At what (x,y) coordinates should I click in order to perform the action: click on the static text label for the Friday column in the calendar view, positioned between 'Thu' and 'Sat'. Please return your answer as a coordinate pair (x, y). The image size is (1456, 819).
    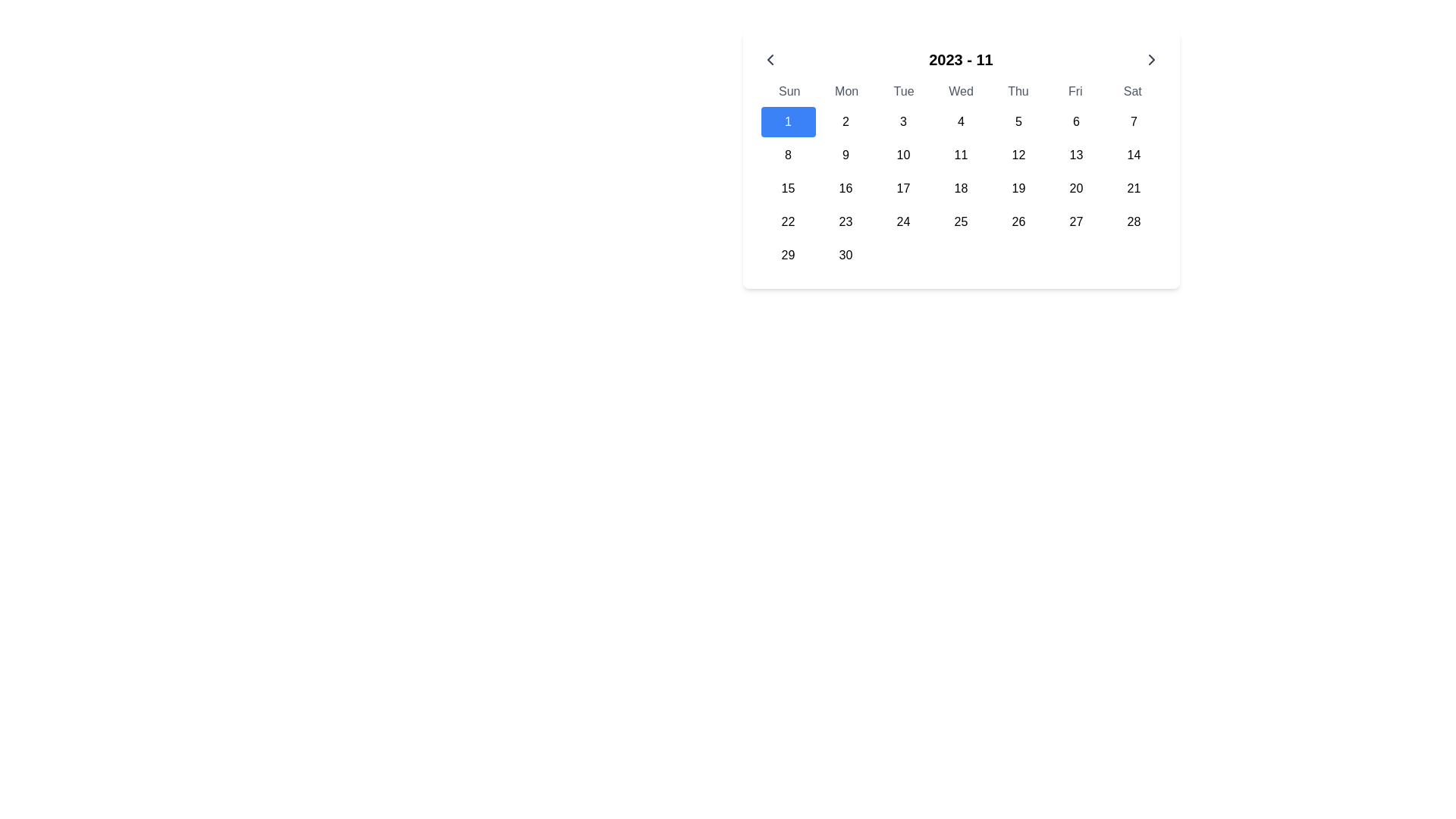
    Looking at the image, I should click on (1074, 91).